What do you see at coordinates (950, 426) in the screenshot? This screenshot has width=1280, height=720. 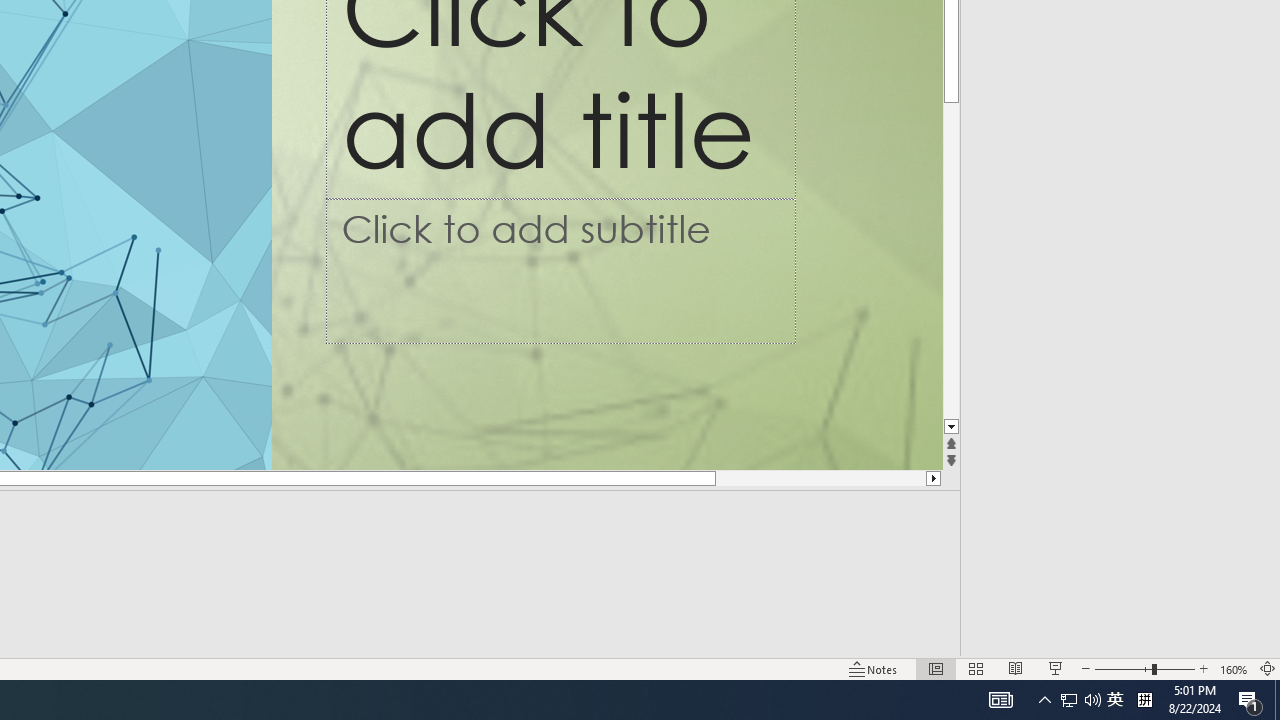 I see `'Line down'` at bounding box center [950, 426].